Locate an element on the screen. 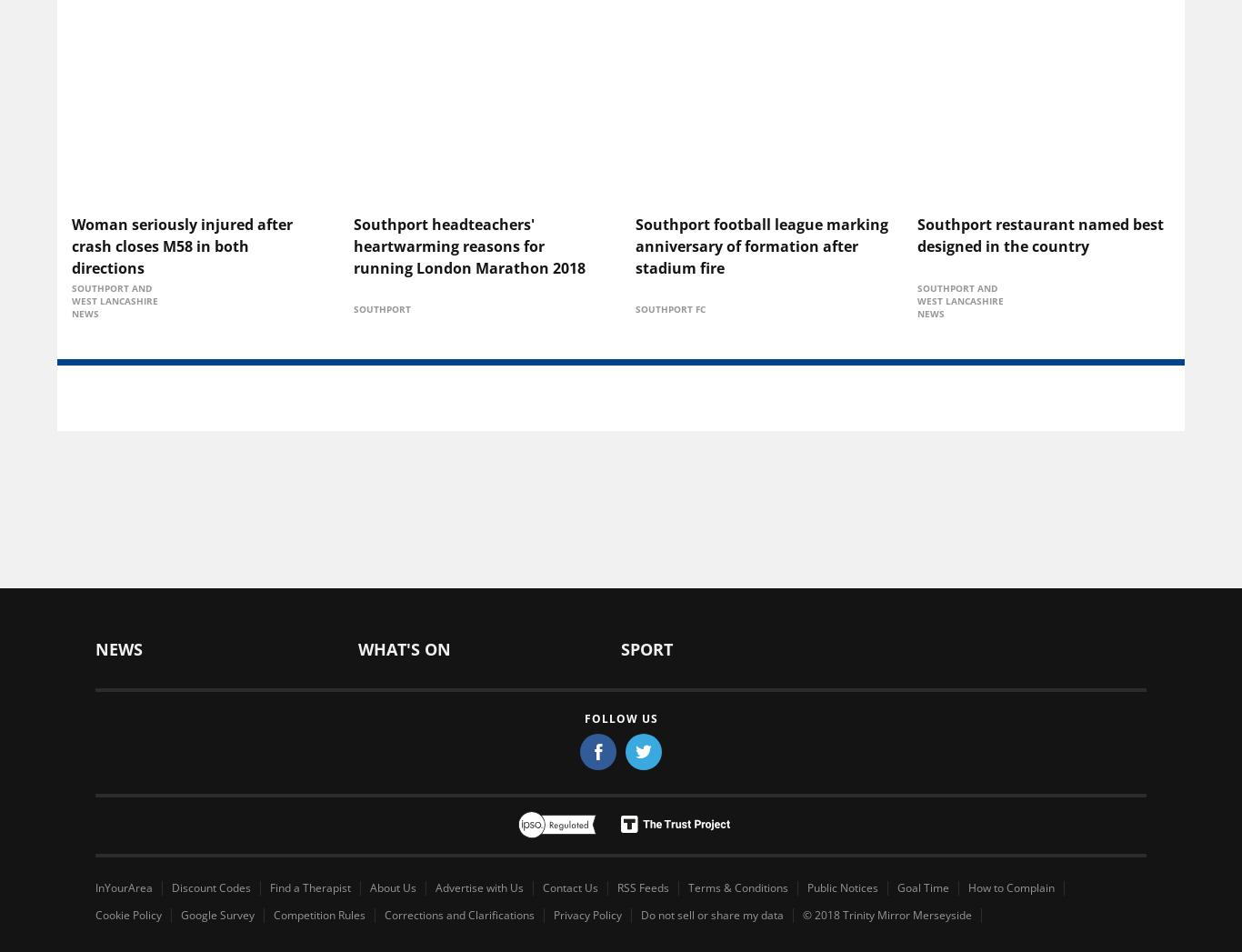 This screenshot has width=1242, height=952. 'Discount Codes' is located at coordinates (211, 886).